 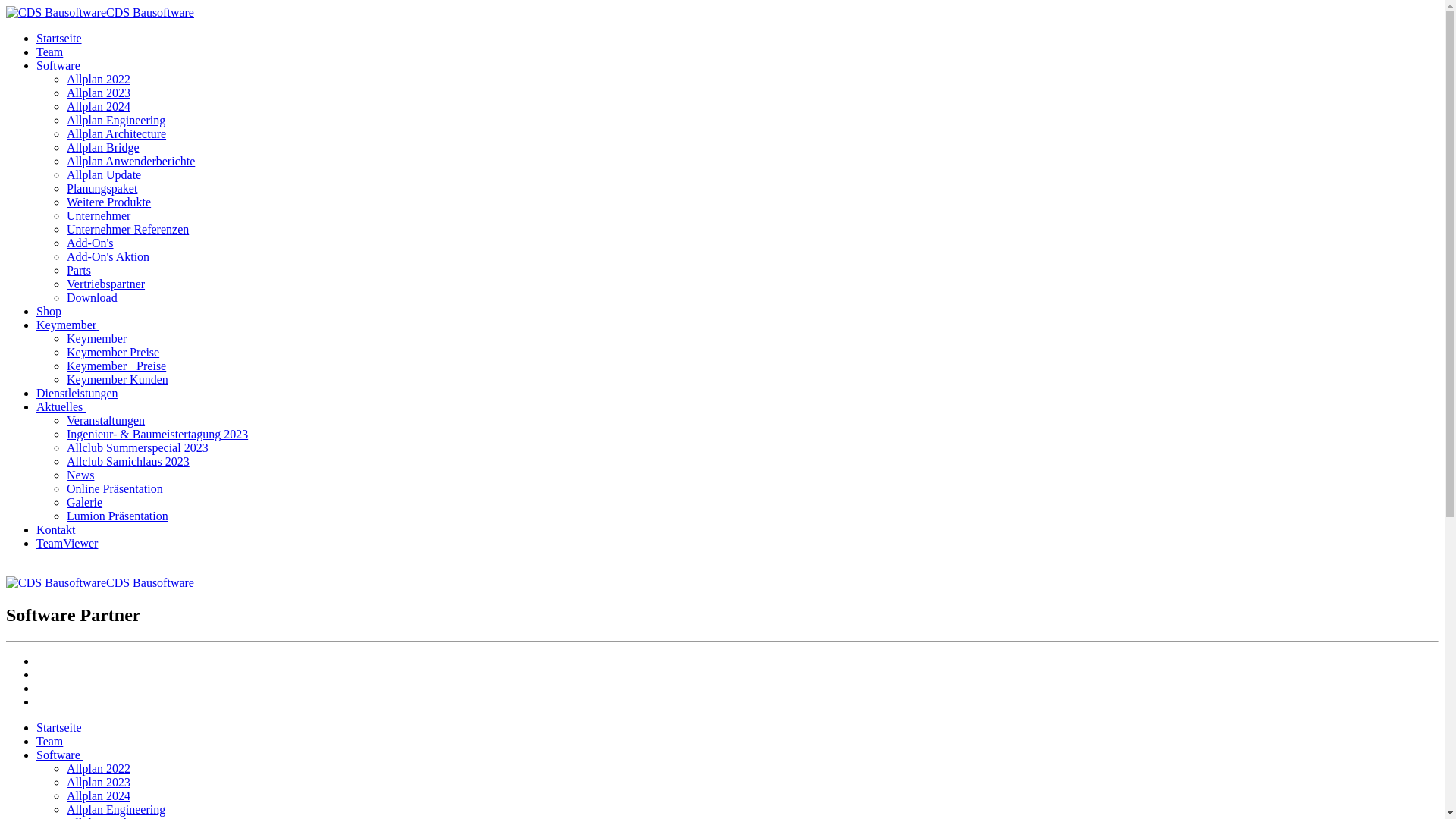 I want to click on 'Add-On's', so click(x=89, y=242).